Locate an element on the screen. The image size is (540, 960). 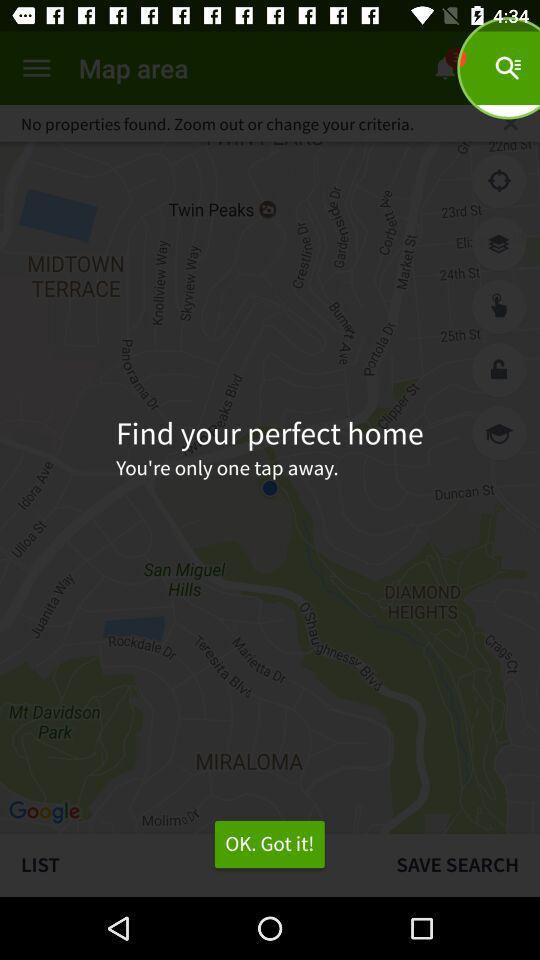
the icon to the right of no properties found is located at coordinates (510, 122).